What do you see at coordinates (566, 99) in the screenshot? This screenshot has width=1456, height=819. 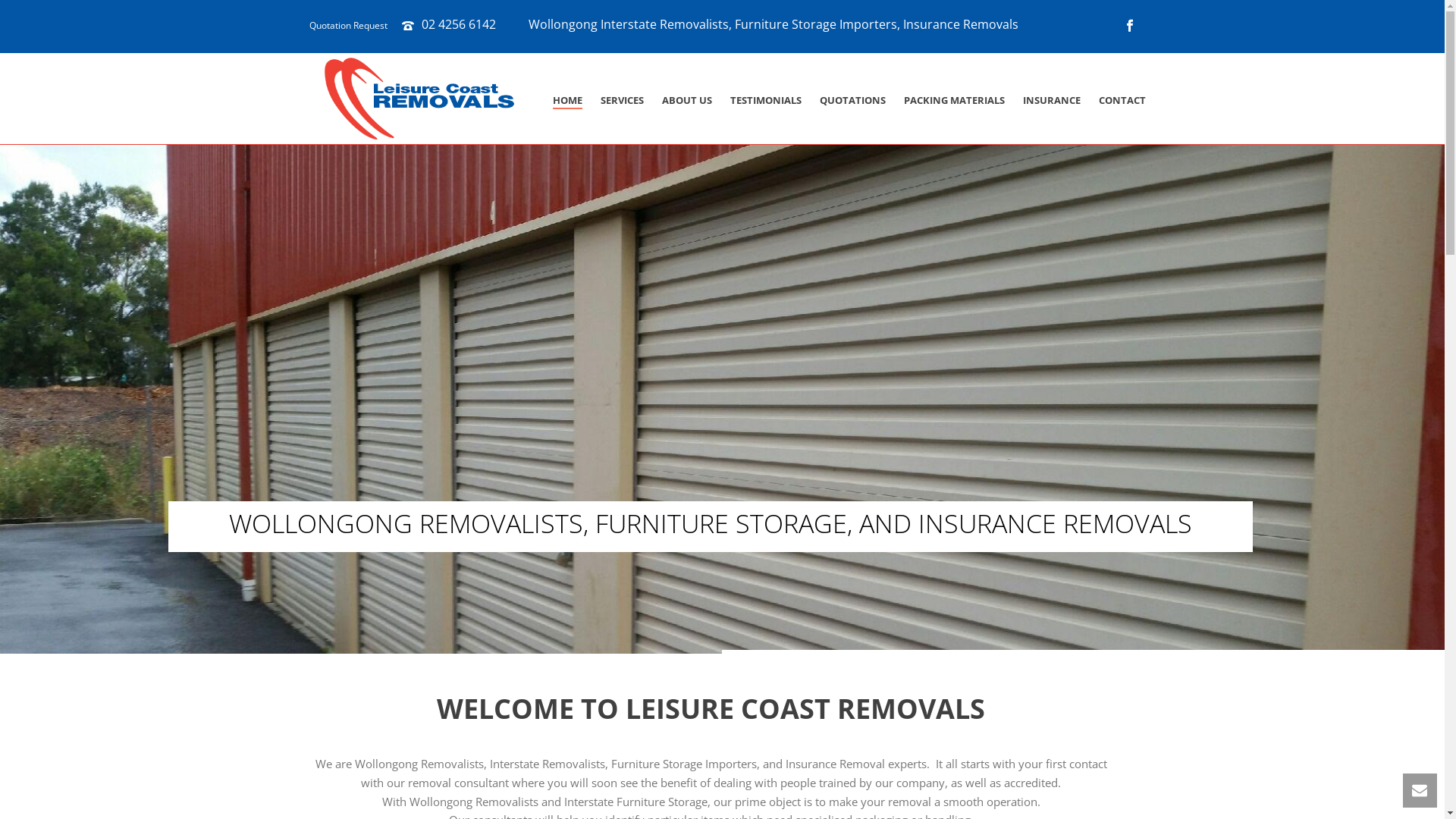 I see `'HOME'` at bounding box center [566, 99].